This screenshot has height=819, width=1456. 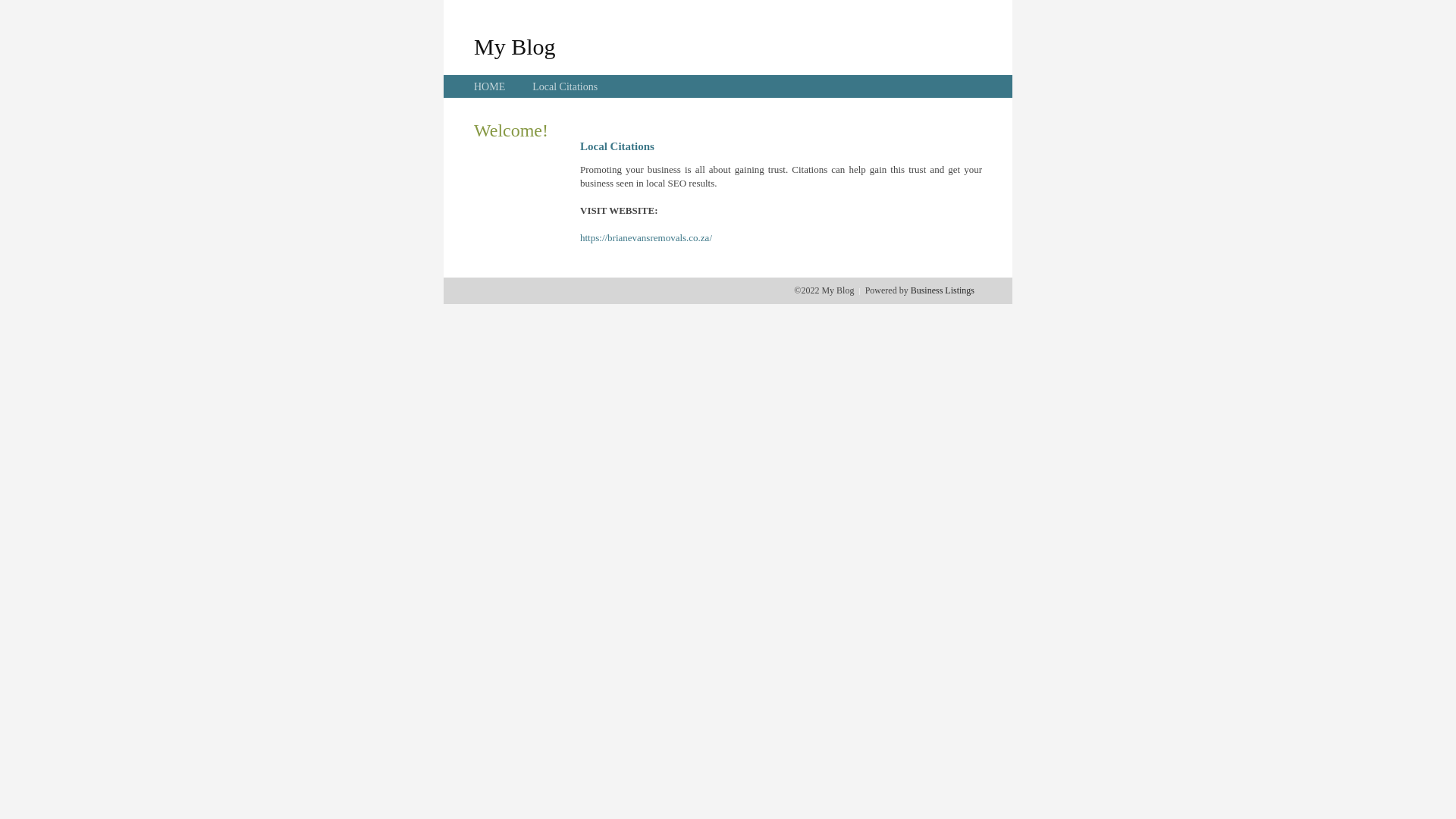 What do you see at coordinates (514, 45) in the screenshot?
I see `'My Blog'` at bounding box center [514, 45].